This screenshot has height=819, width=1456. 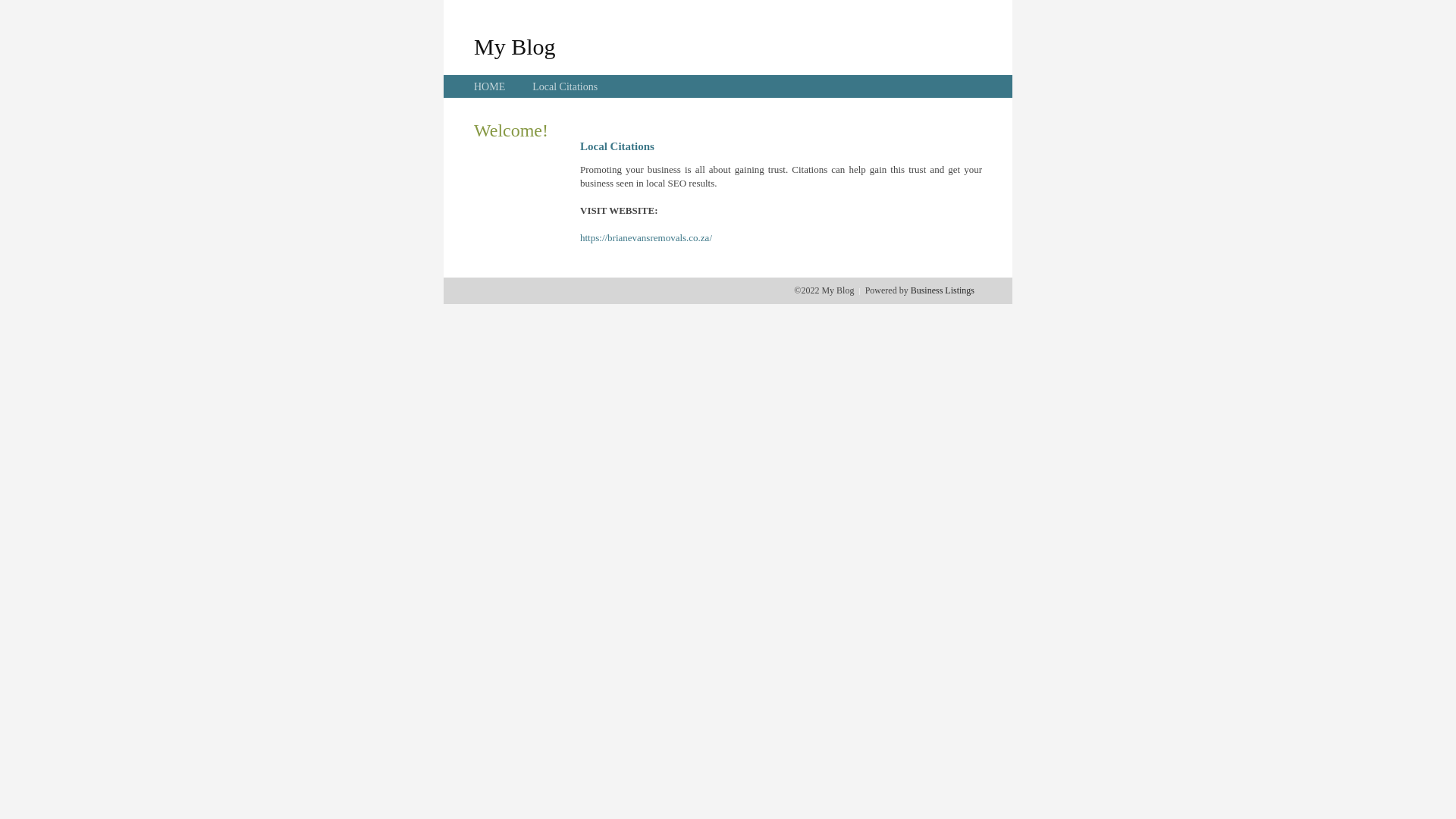 What do you see at coordinates (514, 45) in the screenshot?
I see `'My Blog'` at bounding box center [514, 45].